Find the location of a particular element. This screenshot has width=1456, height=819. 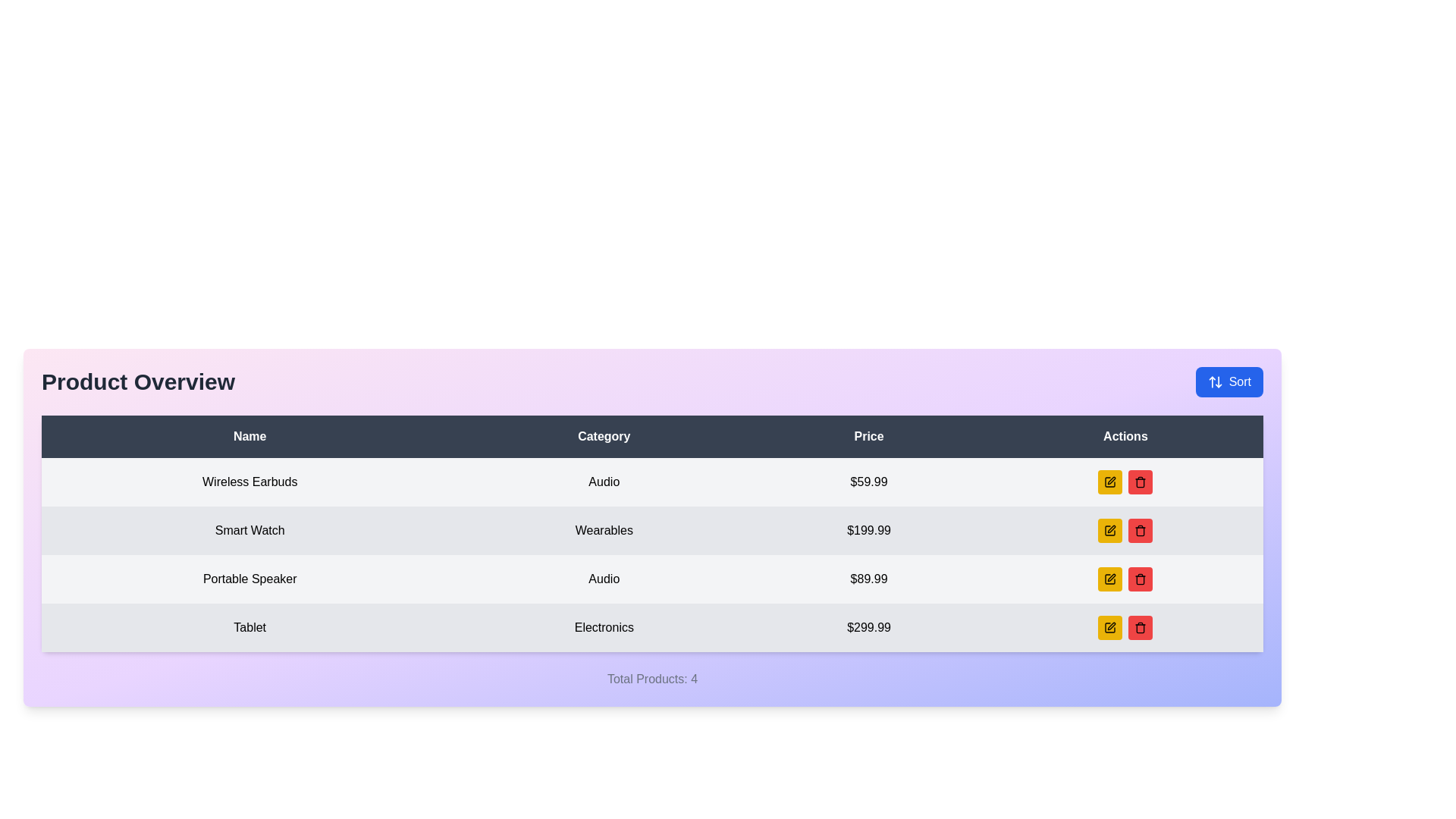

the delete button located in the 'Actions' column of the last row of the table, which is adjacent to a yellow button and aligns horizontally with the 'Tablet' product row to observe the hover effect is located at coordinates (1141, 628).